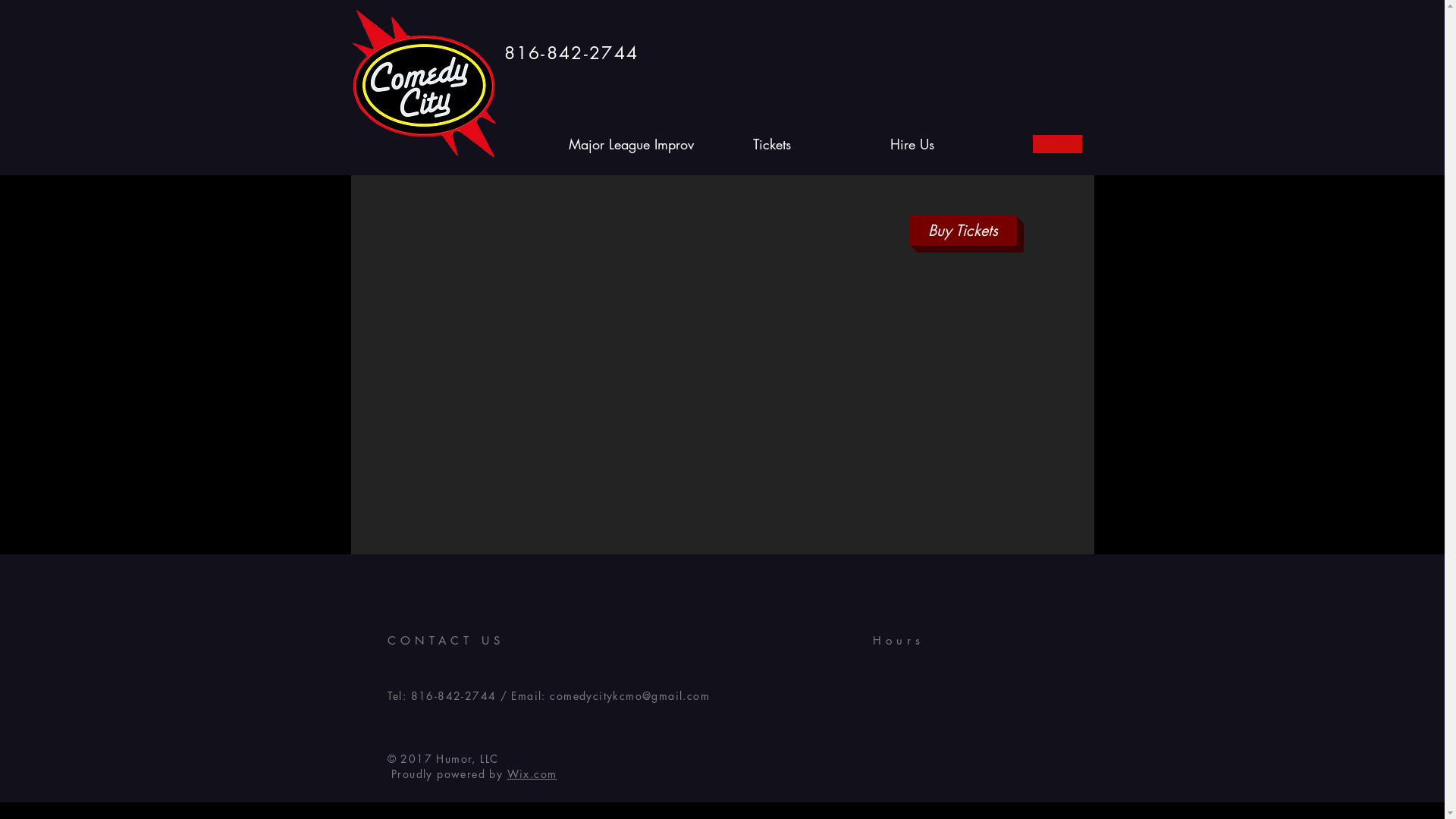 The width and height of the screenshot is (1456, 819). Describe the element at coordinates (771, 143) in the screenshot. I see `'Tickets'` at that location.